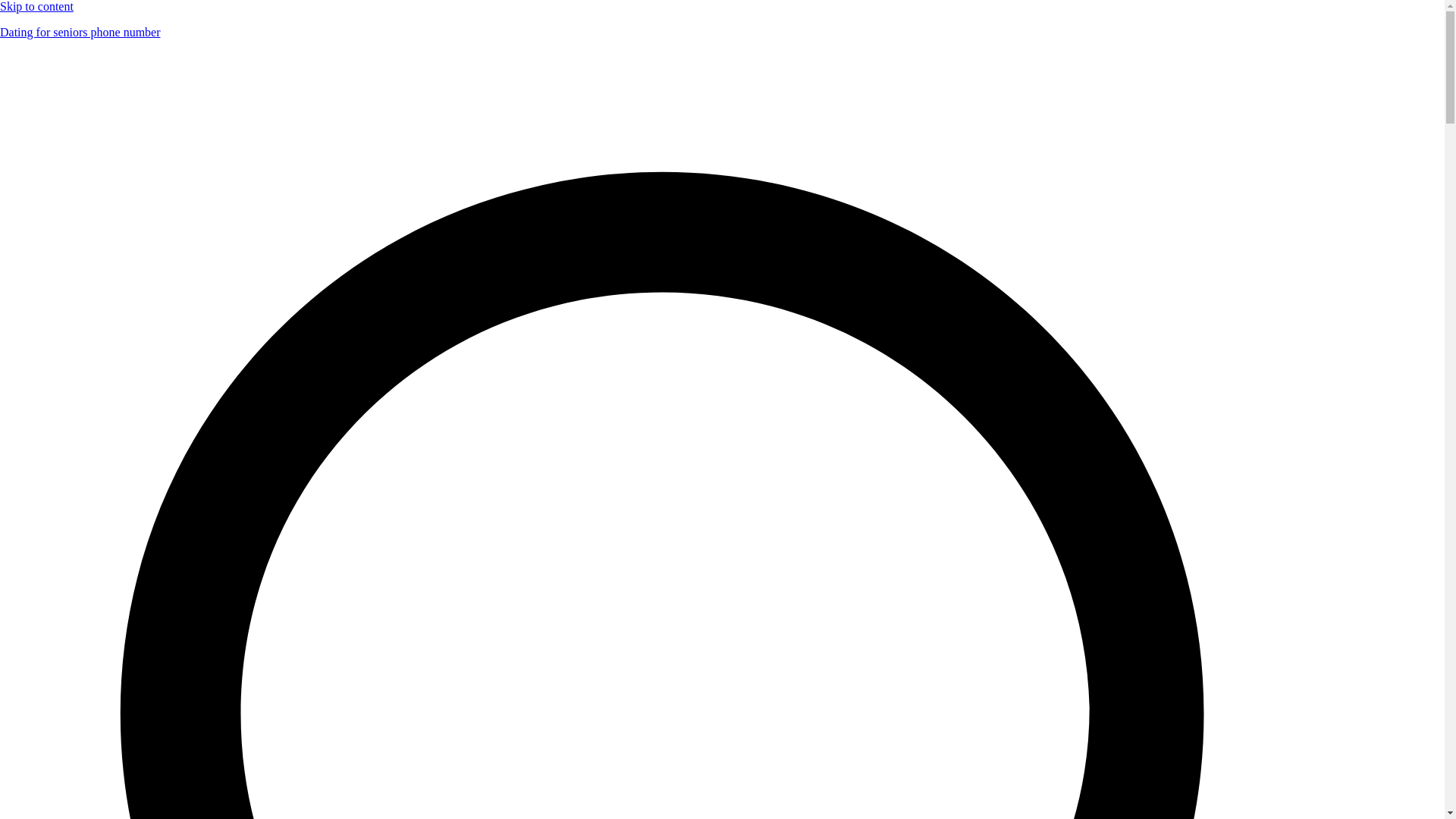  I want to click on 'Skip to content', so click(36, 6).